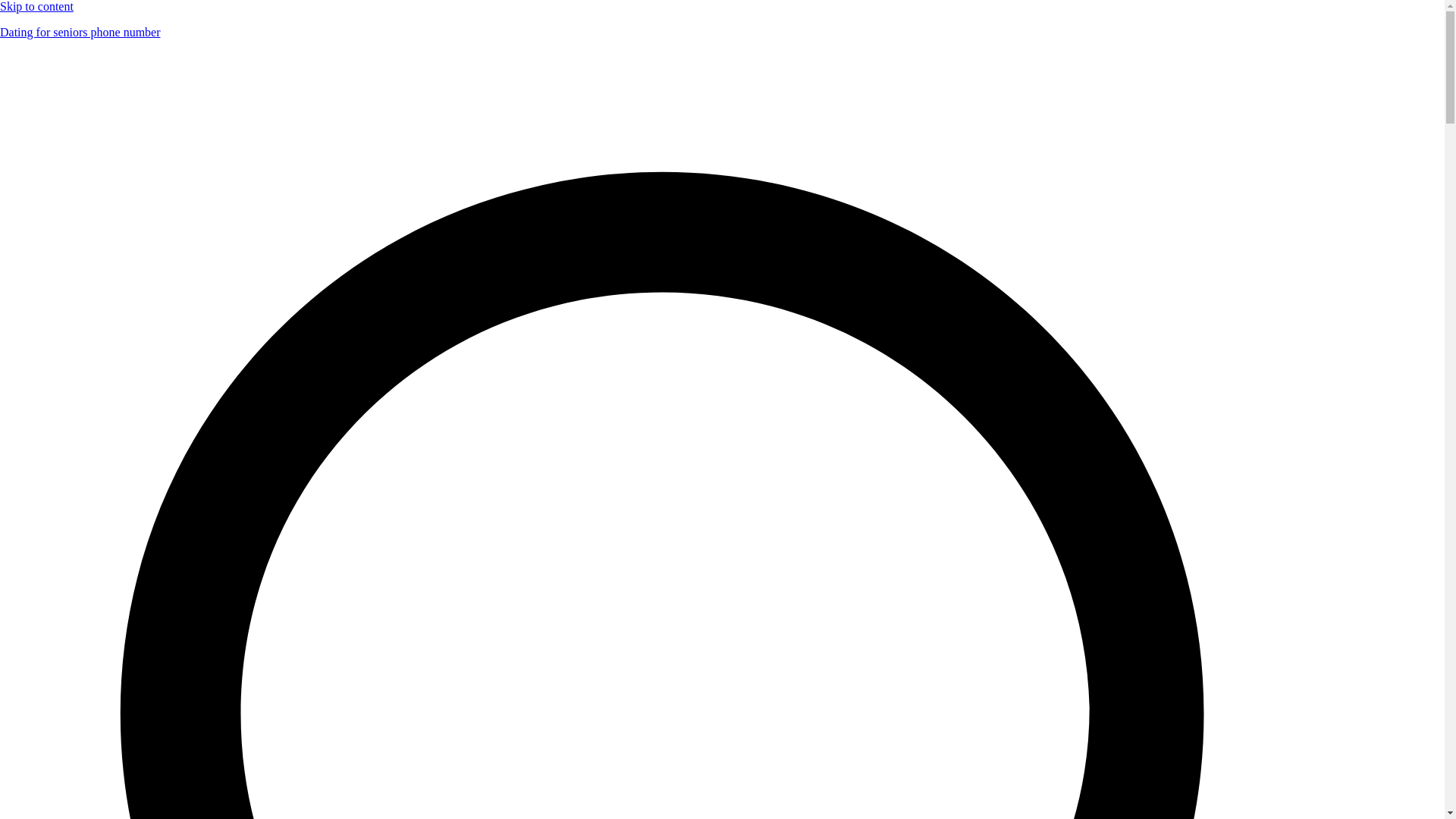  I want to click on 'Skip to content', so click(36, 6).